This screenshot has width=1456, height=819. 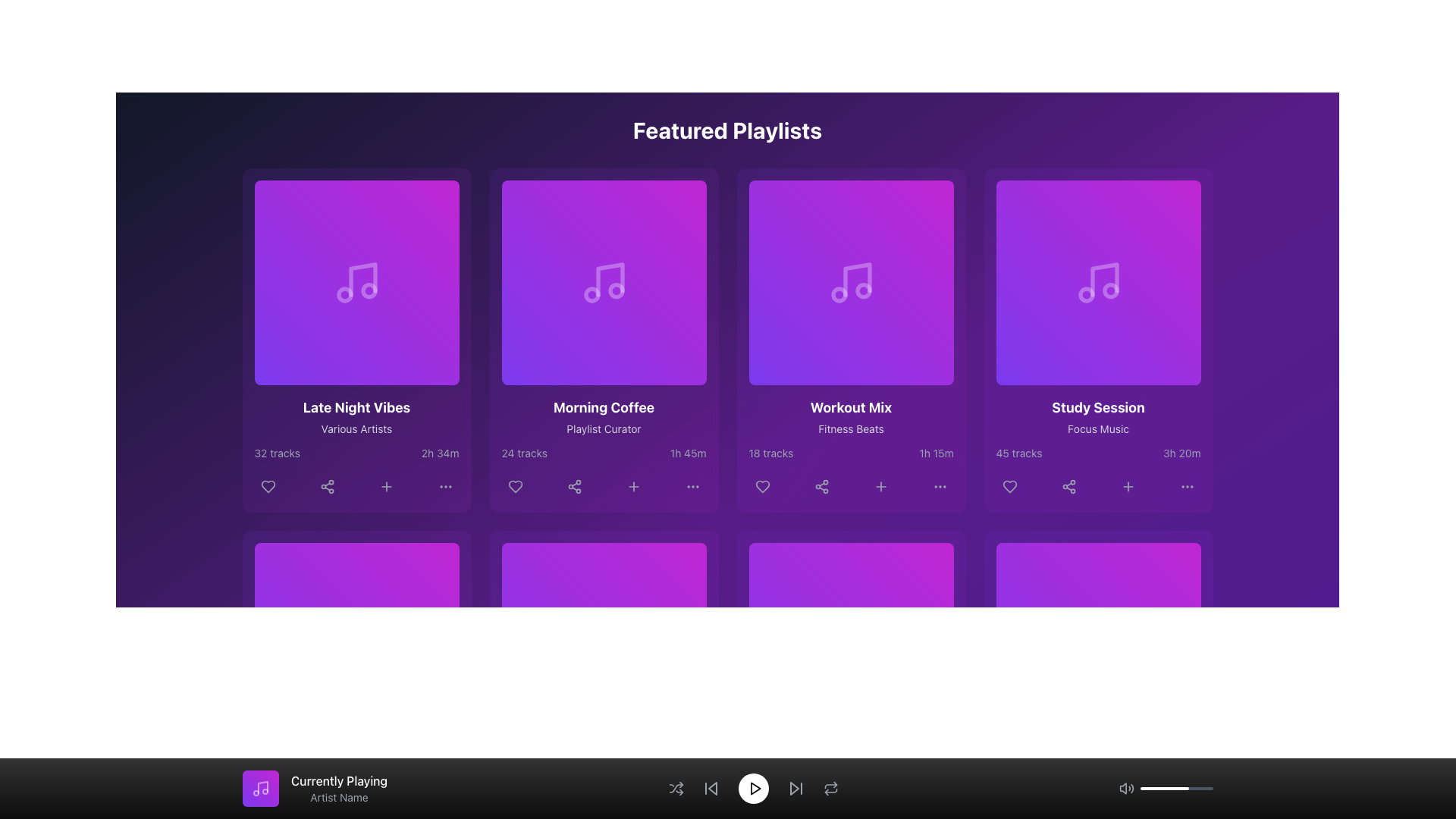 I want to click on the volume level, so click(x=1149, y=788).